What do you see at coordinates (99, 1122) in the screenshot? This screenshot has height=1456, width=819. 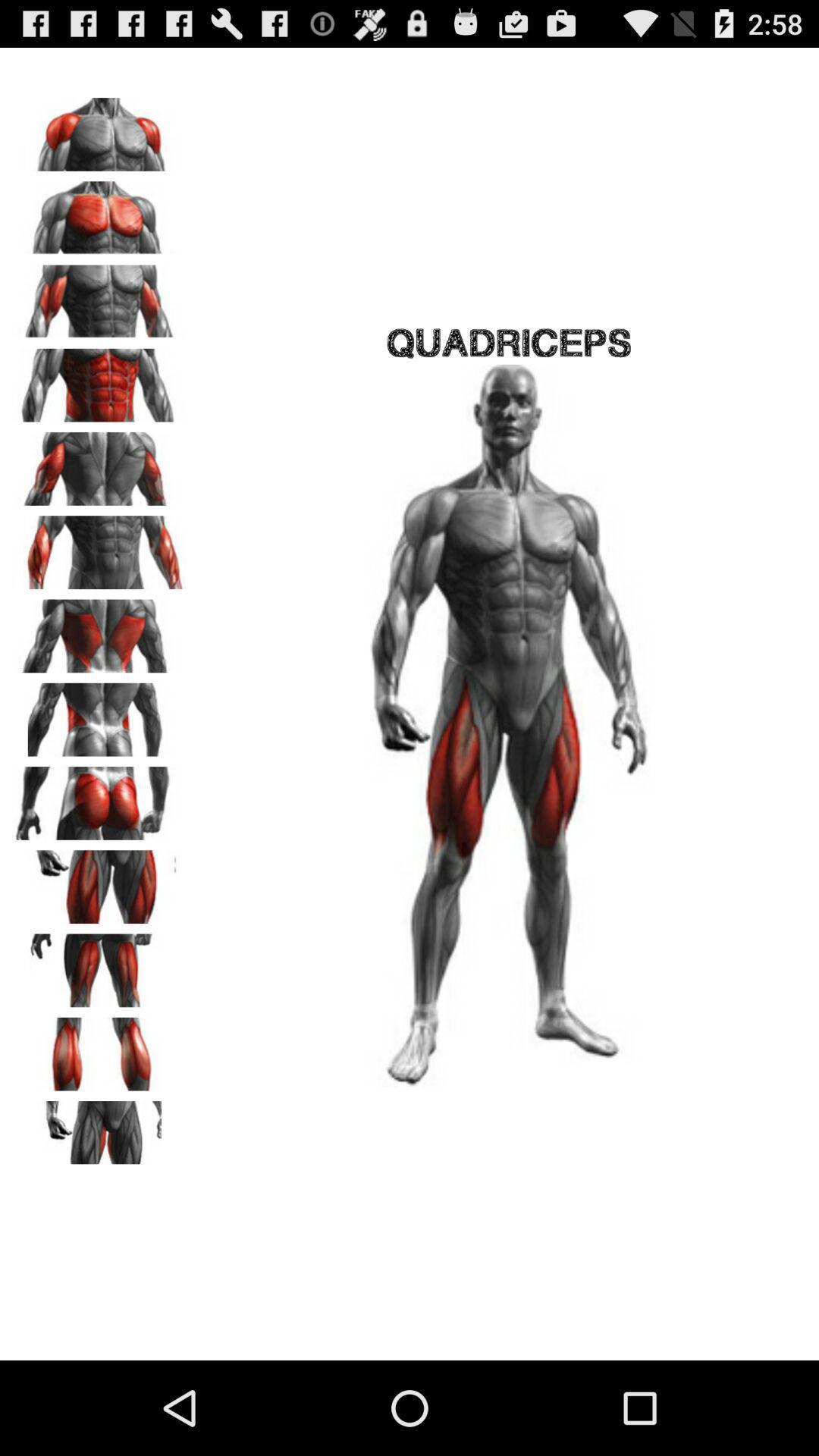 I see `the pause icon` at bounding box center [99, 1122].